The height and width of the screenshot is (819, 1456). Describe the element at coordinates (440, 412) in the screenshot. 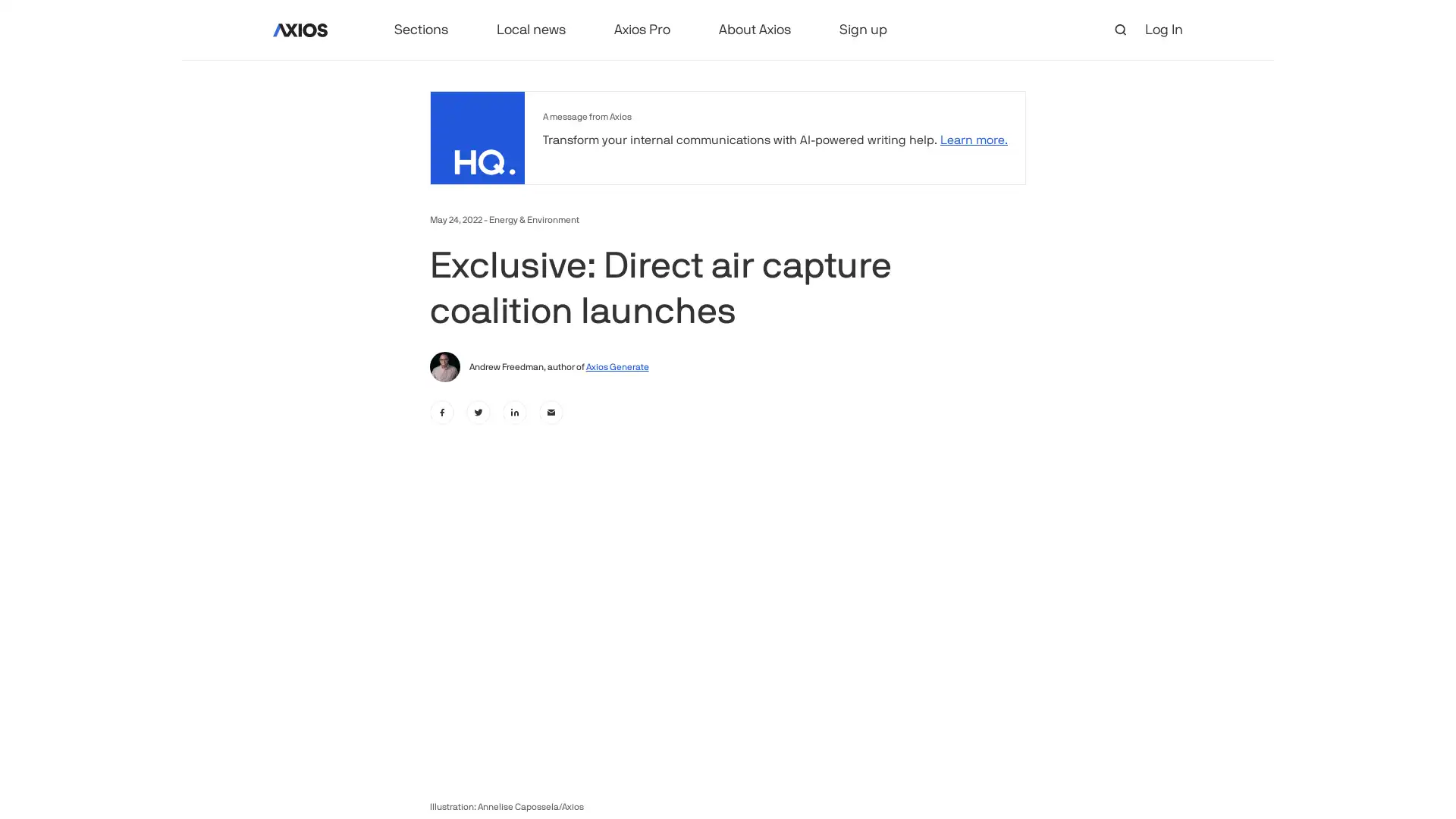

I see `facebook` at that location.